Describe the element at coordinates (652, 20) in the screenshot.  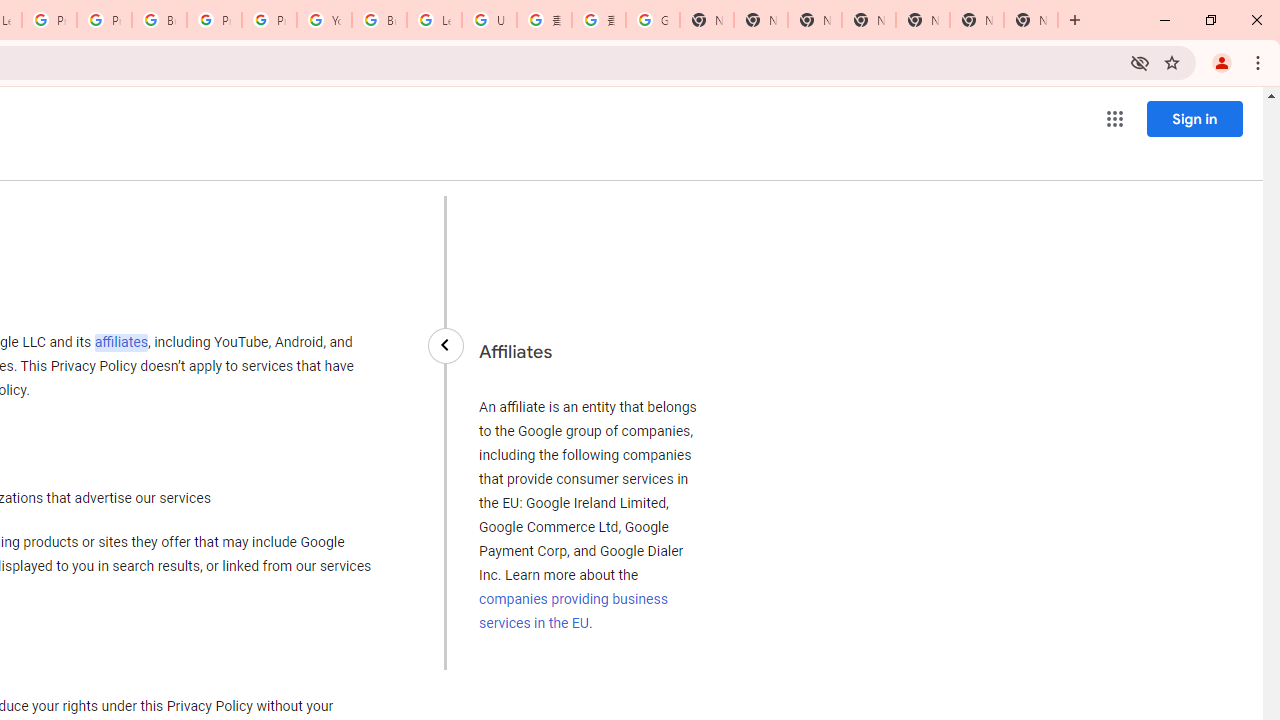
I see `'Google Images'` at that location.